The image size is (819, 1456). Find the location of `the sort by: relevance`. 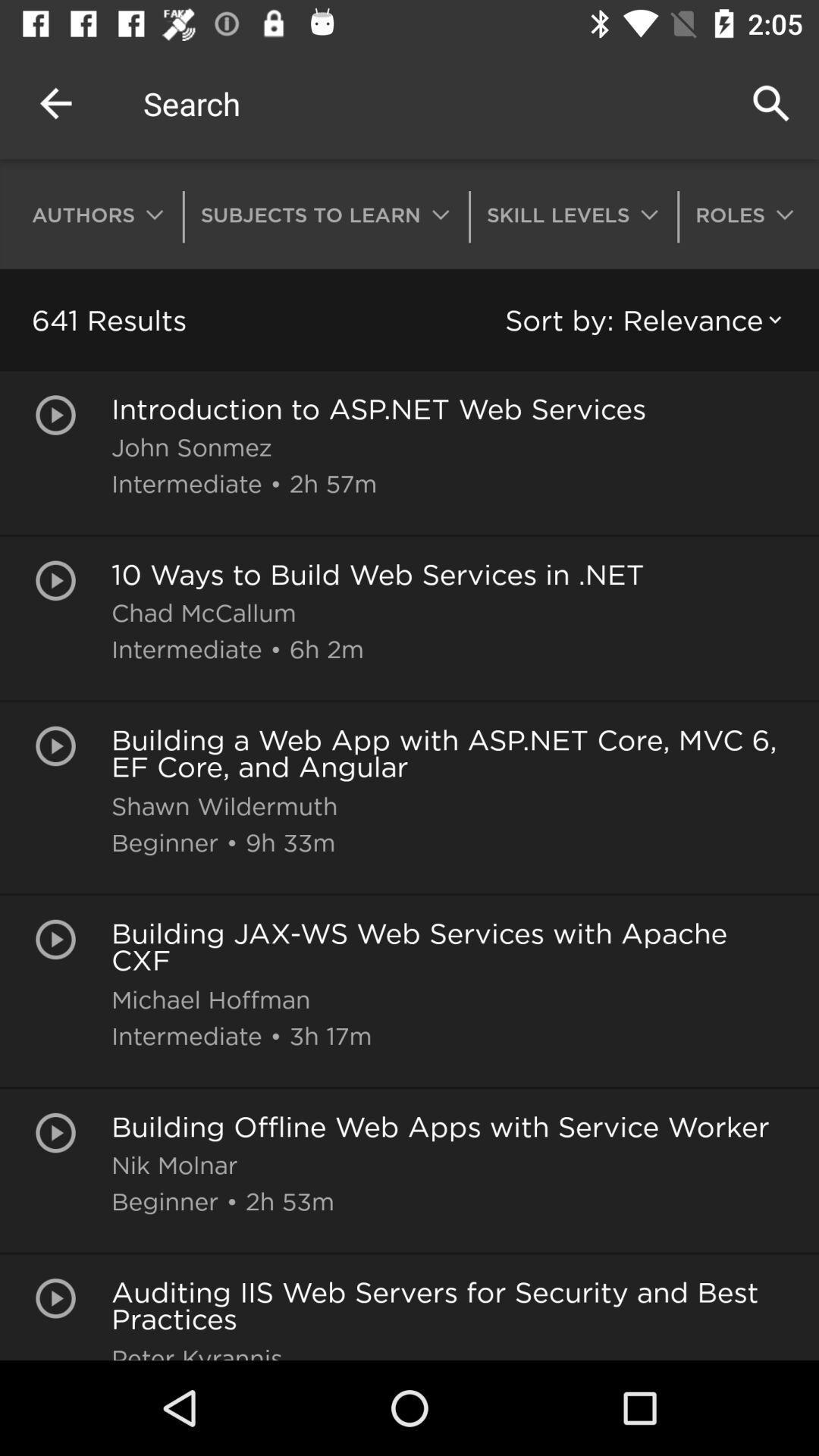

the sort by: relevance is located at coordinates (646, 318).